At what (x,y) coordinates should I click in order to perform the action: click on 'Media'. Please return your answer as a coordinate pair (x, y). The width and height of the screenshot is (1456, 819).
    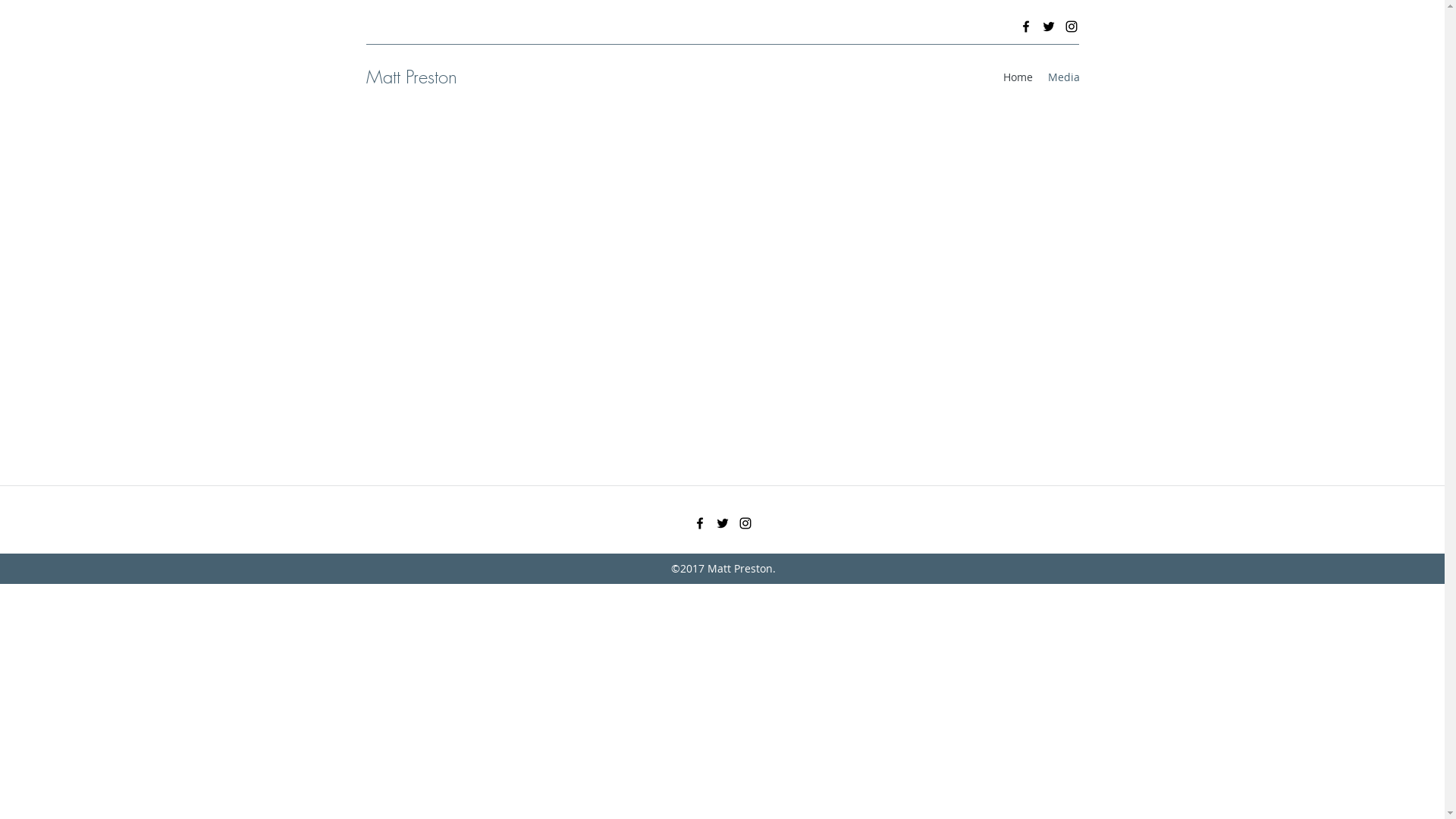
    Looking at the image, I should click on (1040, 77).